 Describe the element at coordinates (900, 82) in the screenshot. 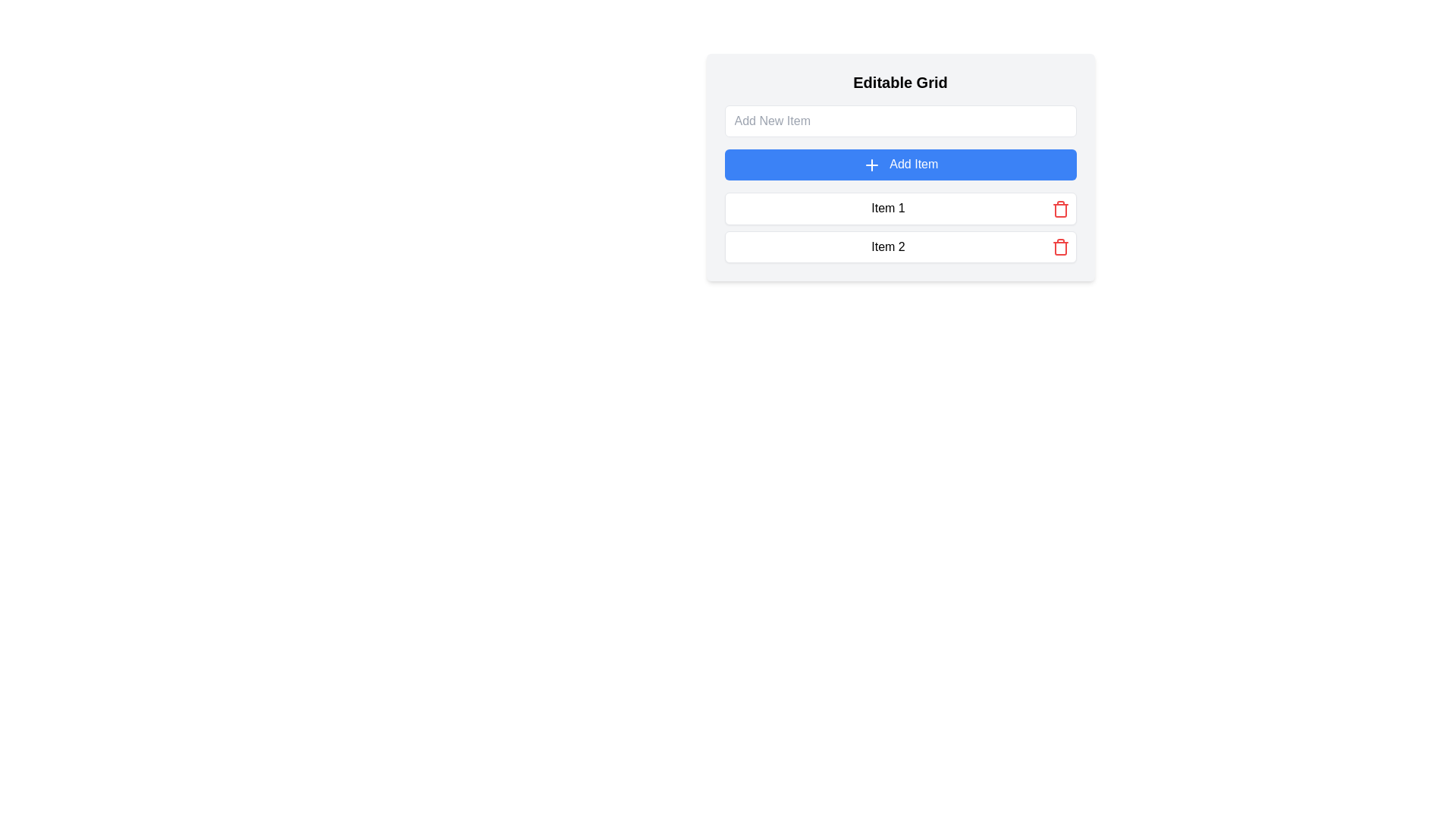

I see `the heading label at the top of the card-like structure, which serves as the title for the interface section` at that location.